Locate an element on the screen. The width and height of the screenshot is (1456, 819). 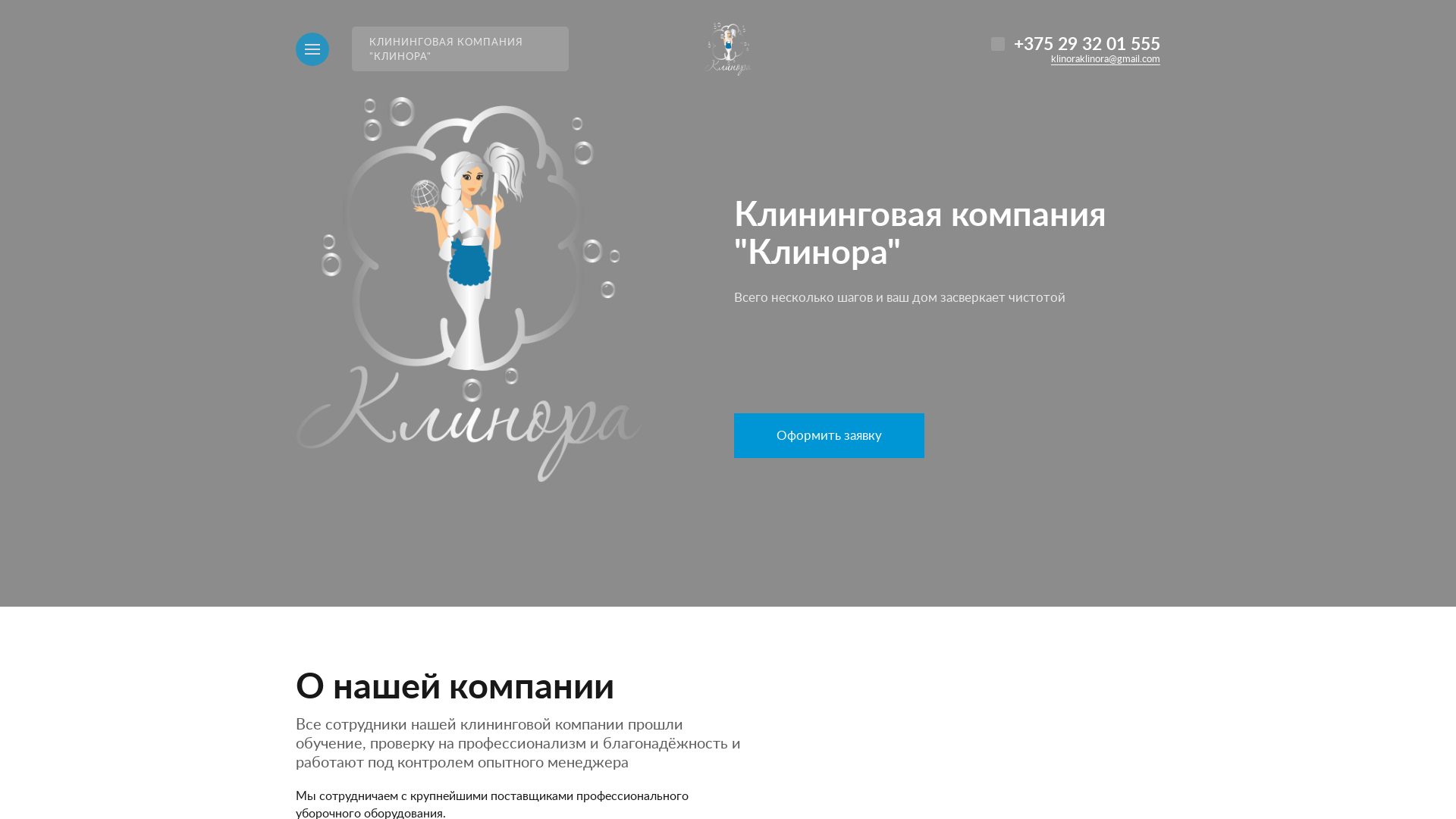
'+375 29 32 01 555' is located at coordinates (1086, 42).